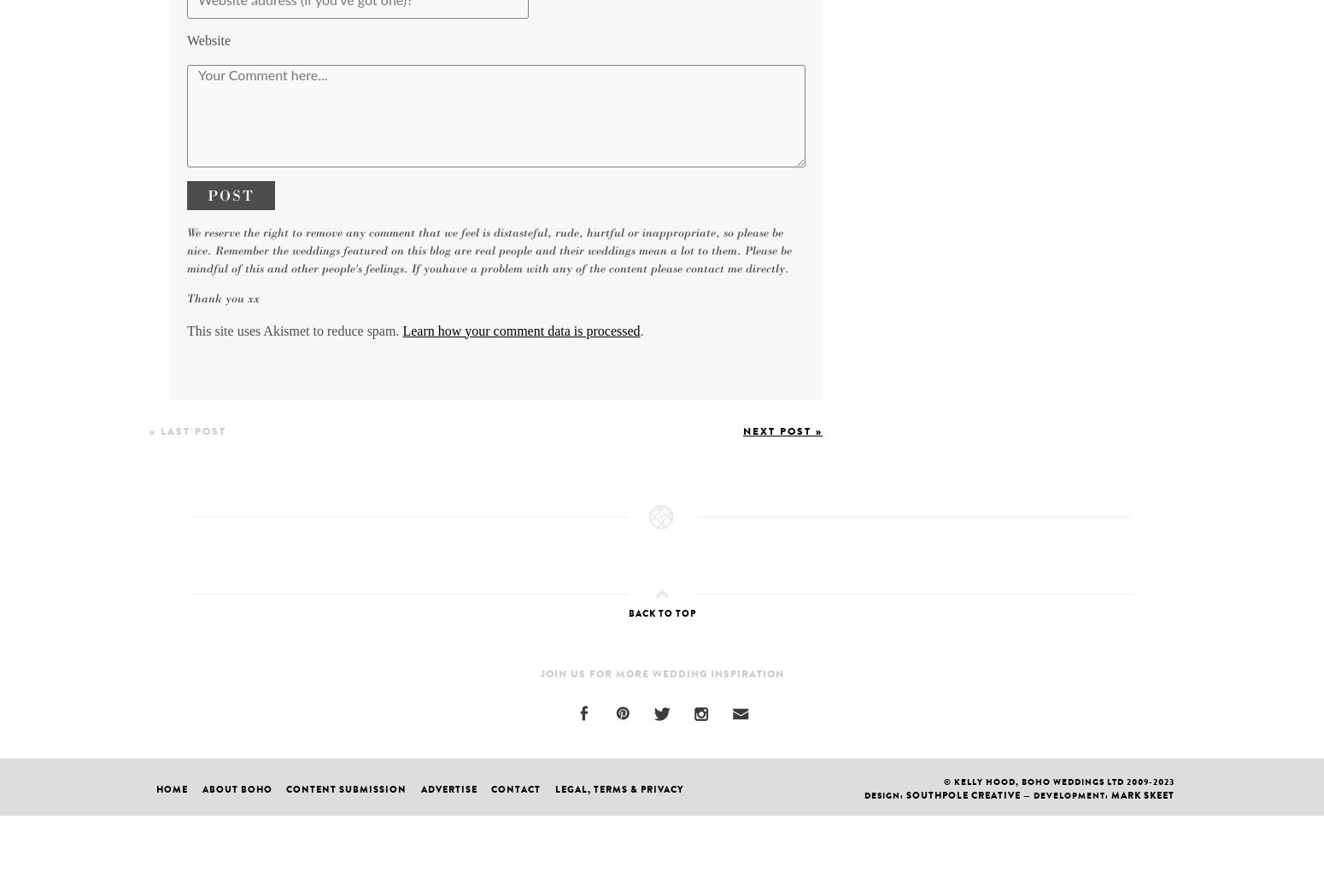  I want to click on 'Design:', so click(885, 795).